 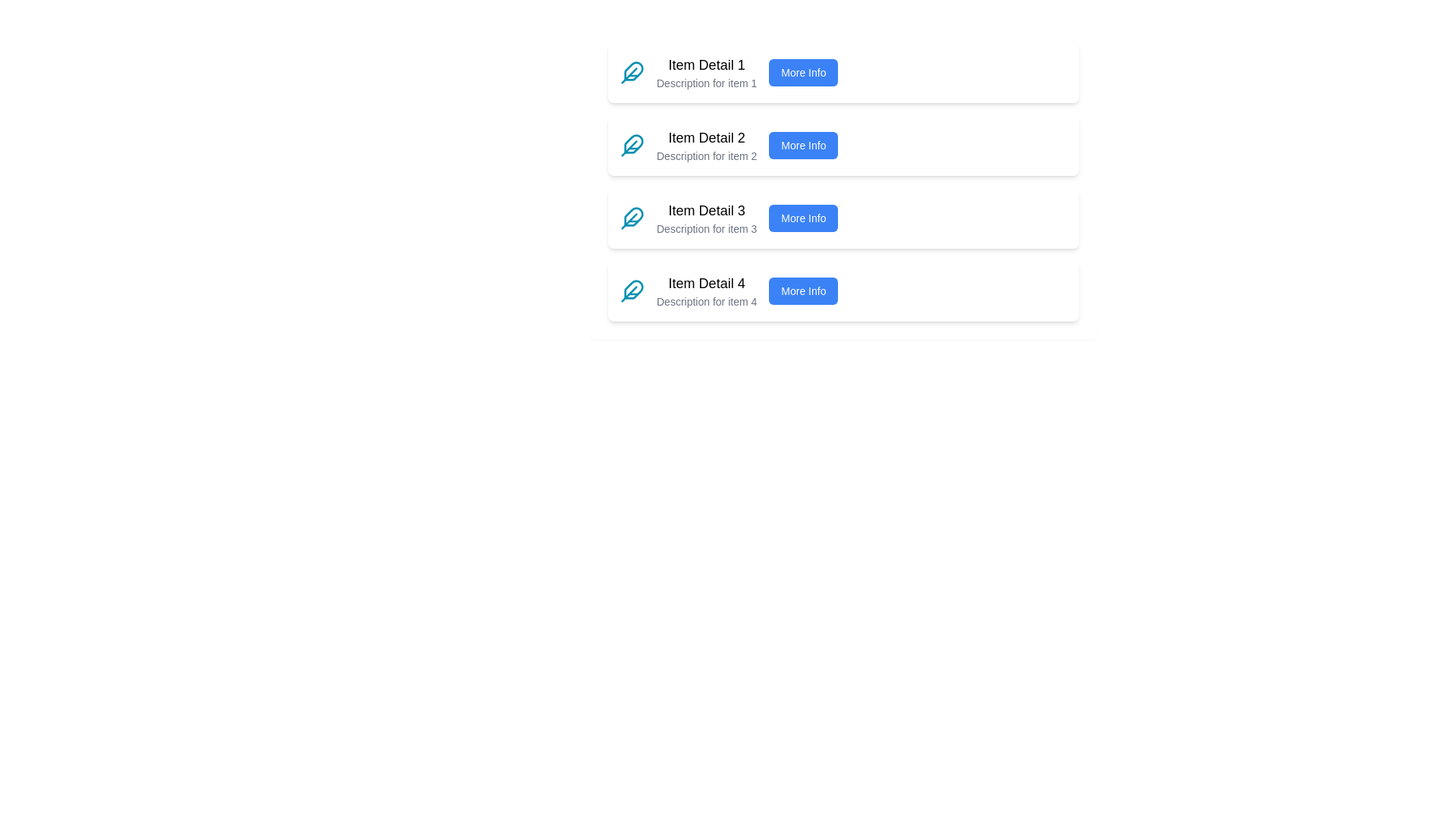 I want to click on the text block that displays 'Item Detail 3' and 'Description for item 3' in the third row of the vertically-aligned list, so click(x=706, y=218).